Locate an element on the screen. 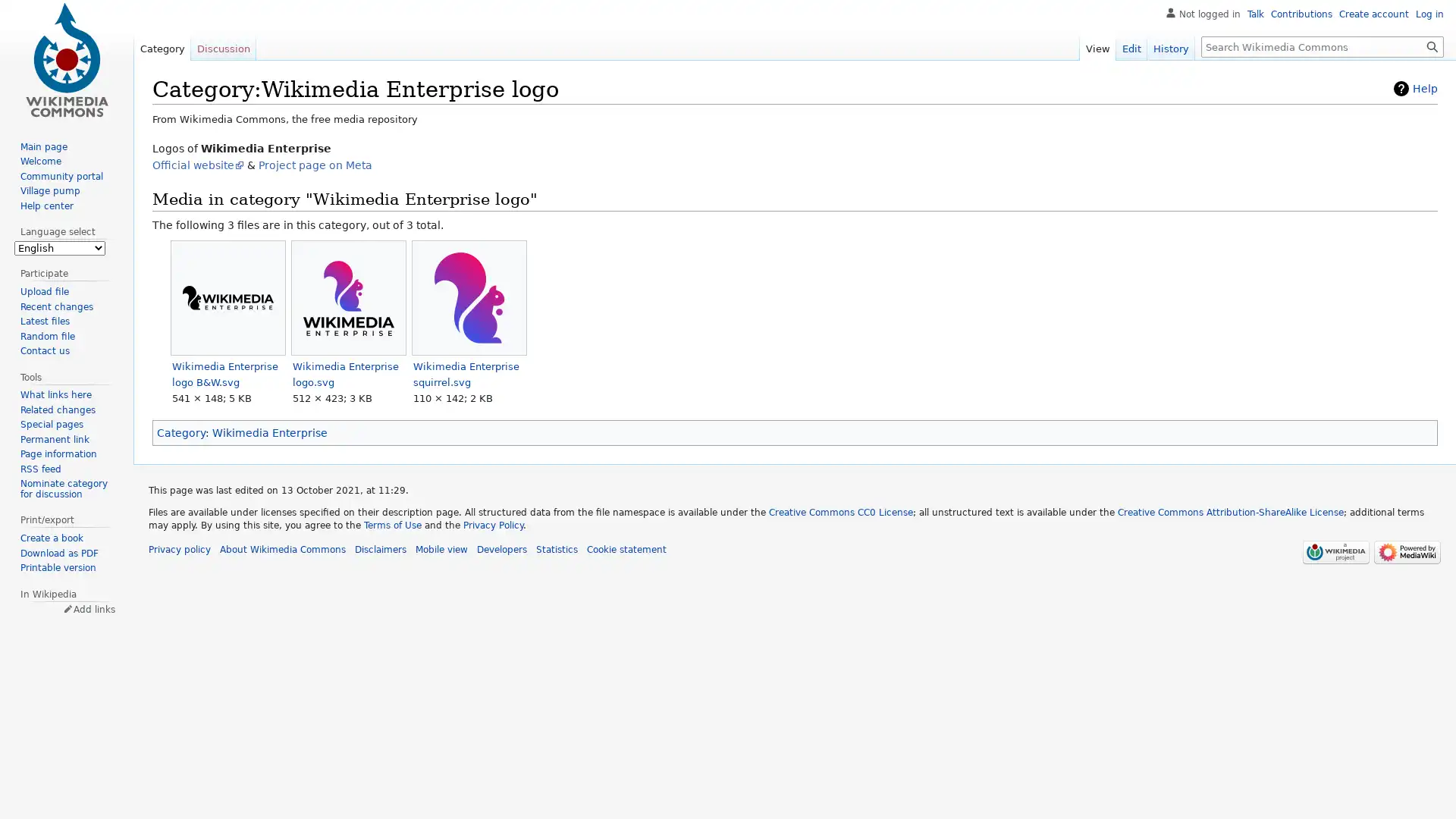  Advanced... is located at coordinates (1371, 87).